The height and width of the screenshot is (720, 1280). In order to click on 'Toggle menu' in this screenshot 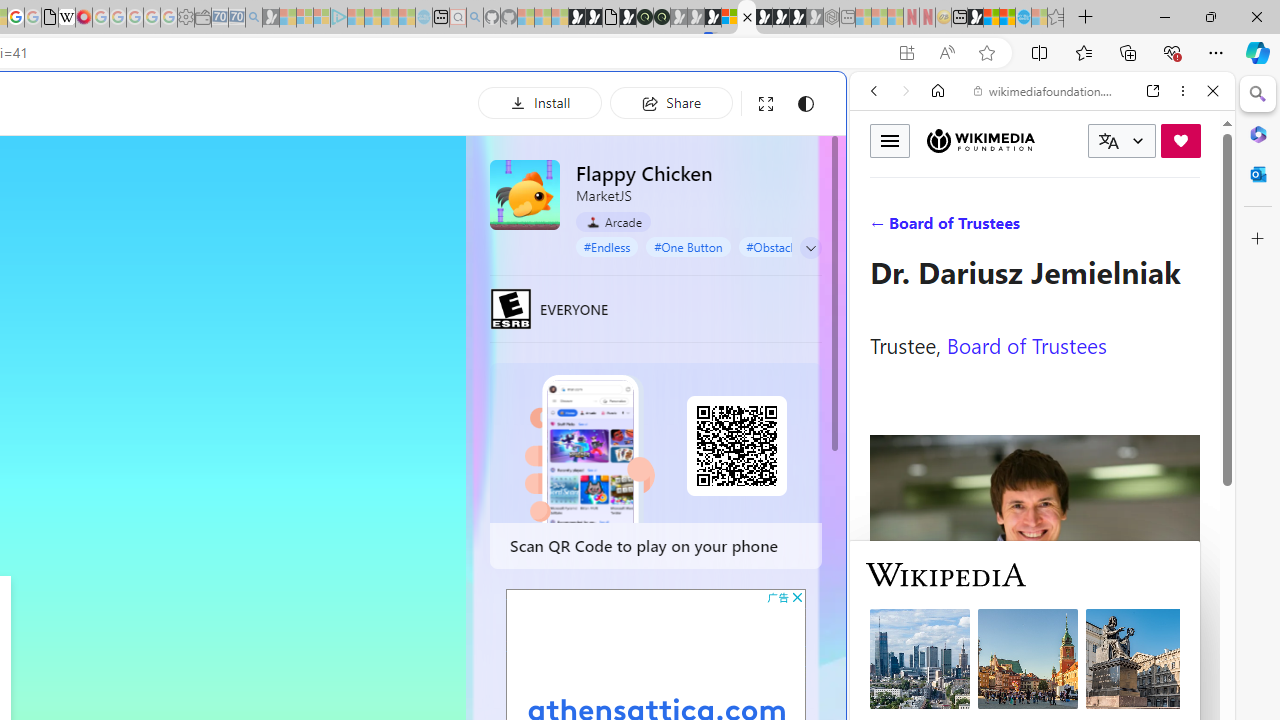, I will do `click(889, 139)`.